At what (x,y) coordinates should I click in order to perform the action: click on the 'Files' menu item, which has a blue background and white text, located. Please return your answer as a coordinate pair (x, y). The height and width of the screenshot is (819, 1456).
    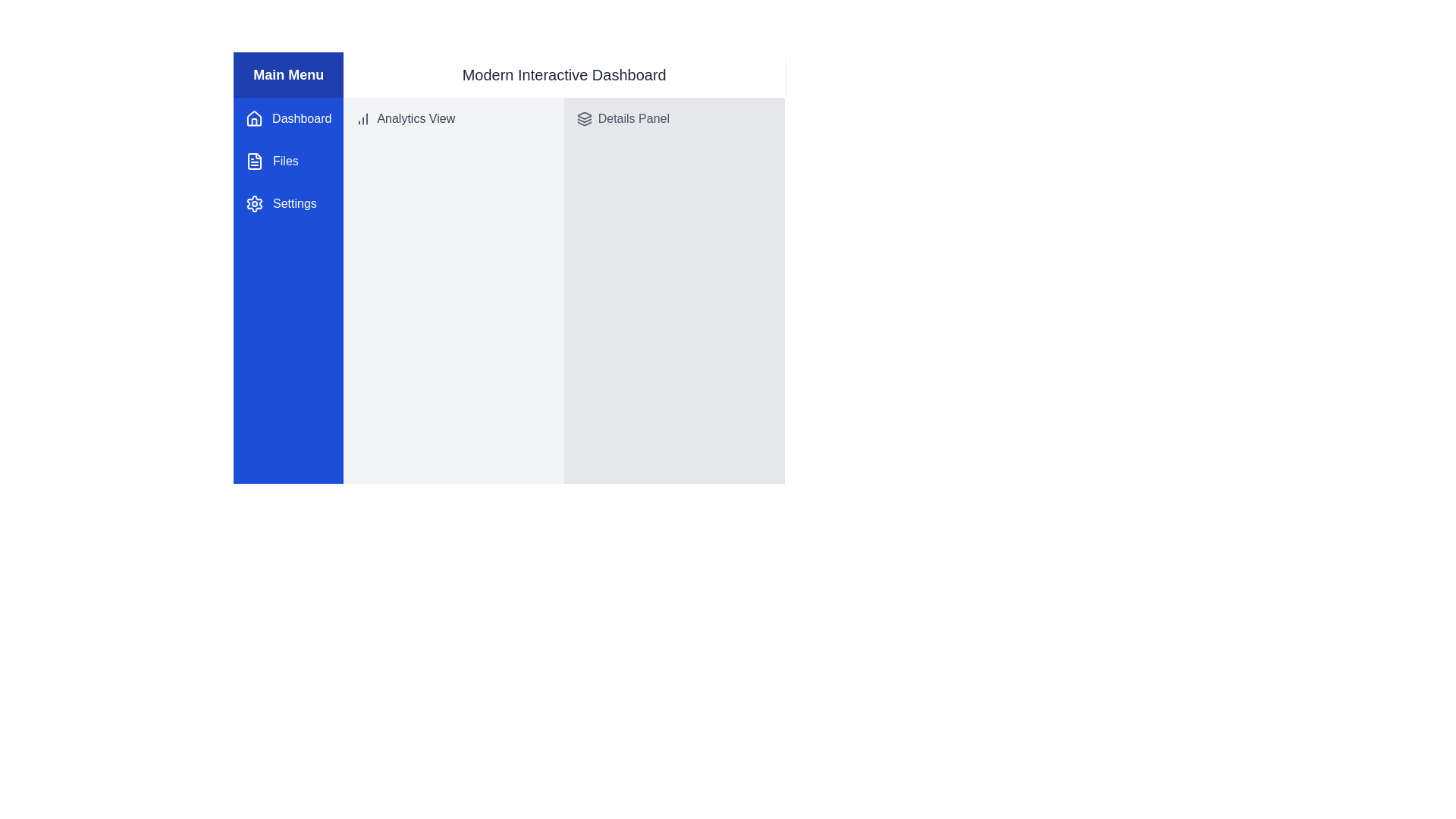
    Looking at the image, I should click on (288, 161).